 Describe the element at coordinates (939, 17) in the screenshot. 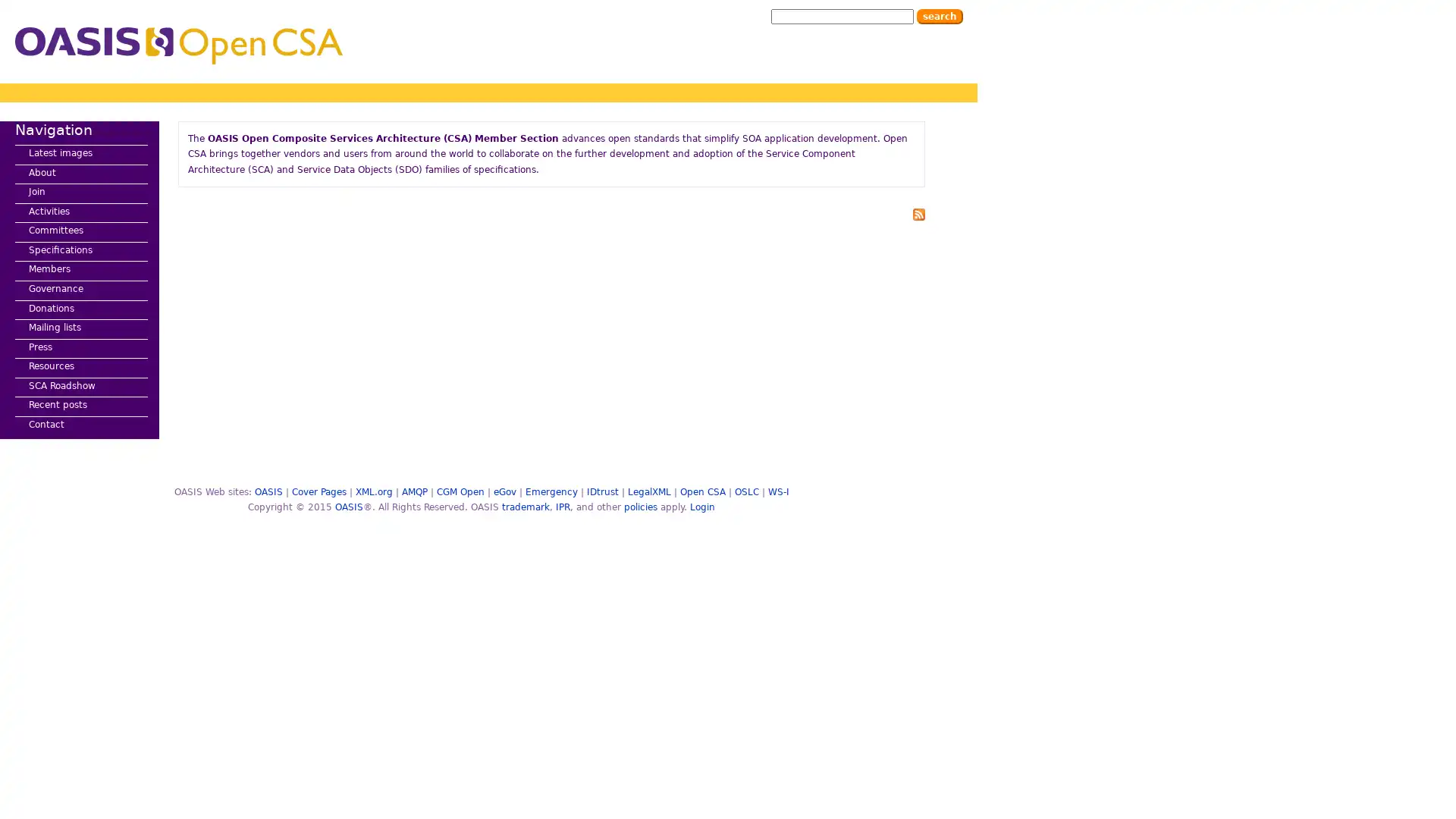

I see `Search` at that location.